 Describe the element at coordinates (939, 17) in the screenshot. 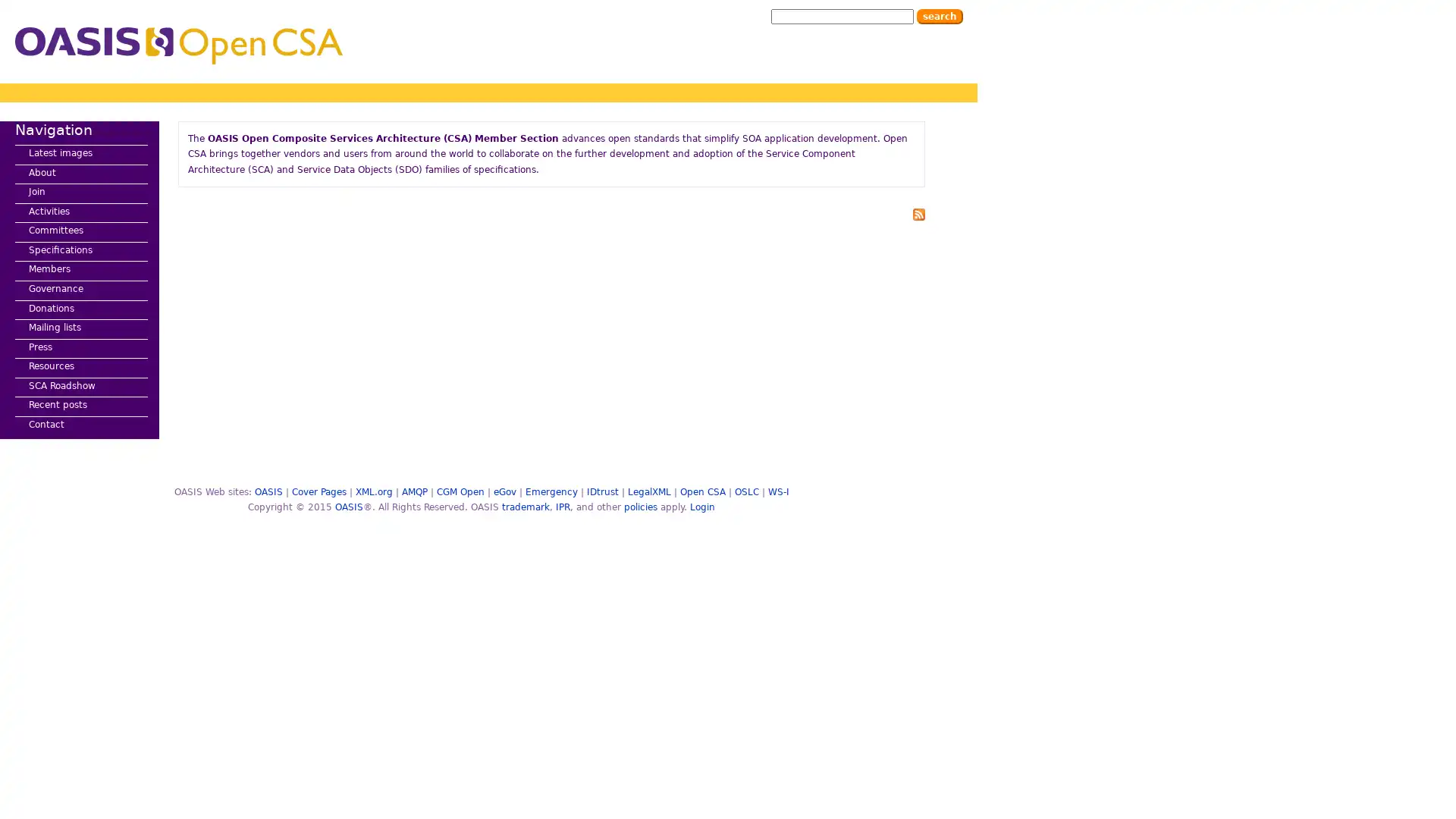

I see `Search` at that location.